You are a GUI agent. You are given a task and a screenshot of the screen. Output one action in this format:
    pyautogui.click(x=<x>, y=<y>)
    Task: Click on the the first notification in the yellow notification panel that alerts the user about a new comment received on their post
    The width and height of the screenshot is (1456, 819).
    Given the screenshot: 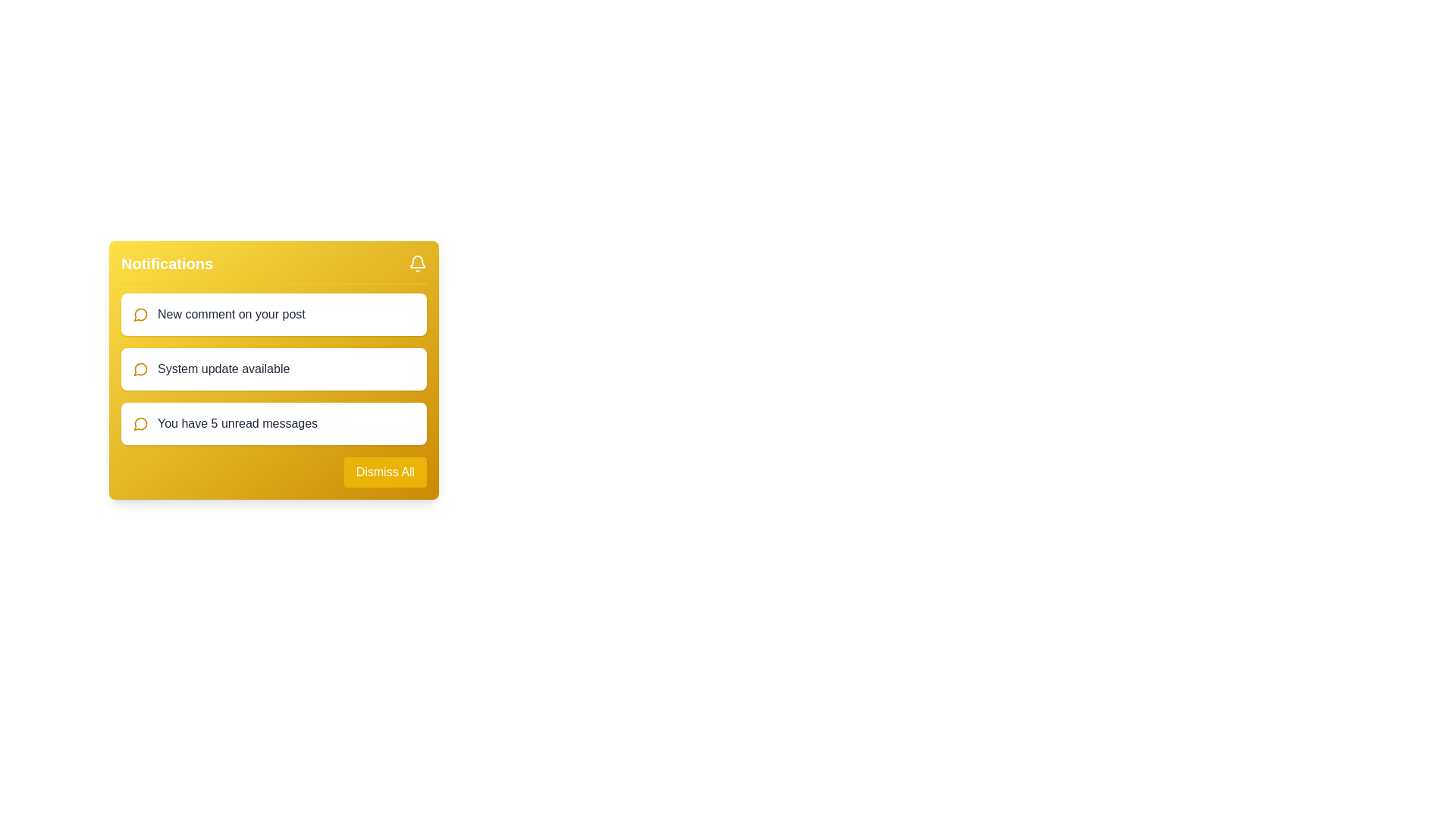 What is the action you would take?
    pyautogui.click(x=274, y=314)
    